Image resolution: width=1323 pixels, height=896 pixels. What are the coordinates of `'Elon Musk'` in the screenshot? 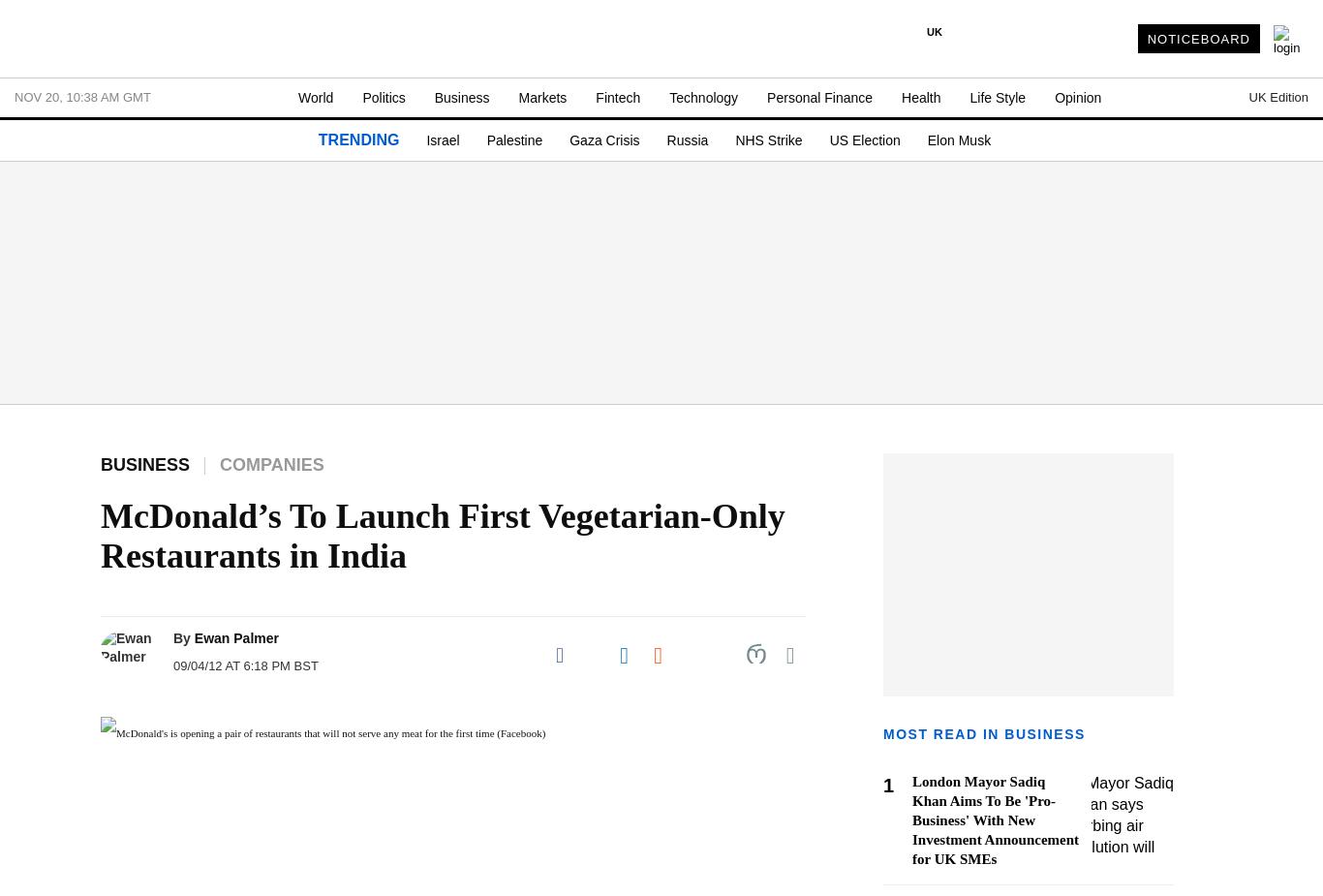 It's located at (958, 139).